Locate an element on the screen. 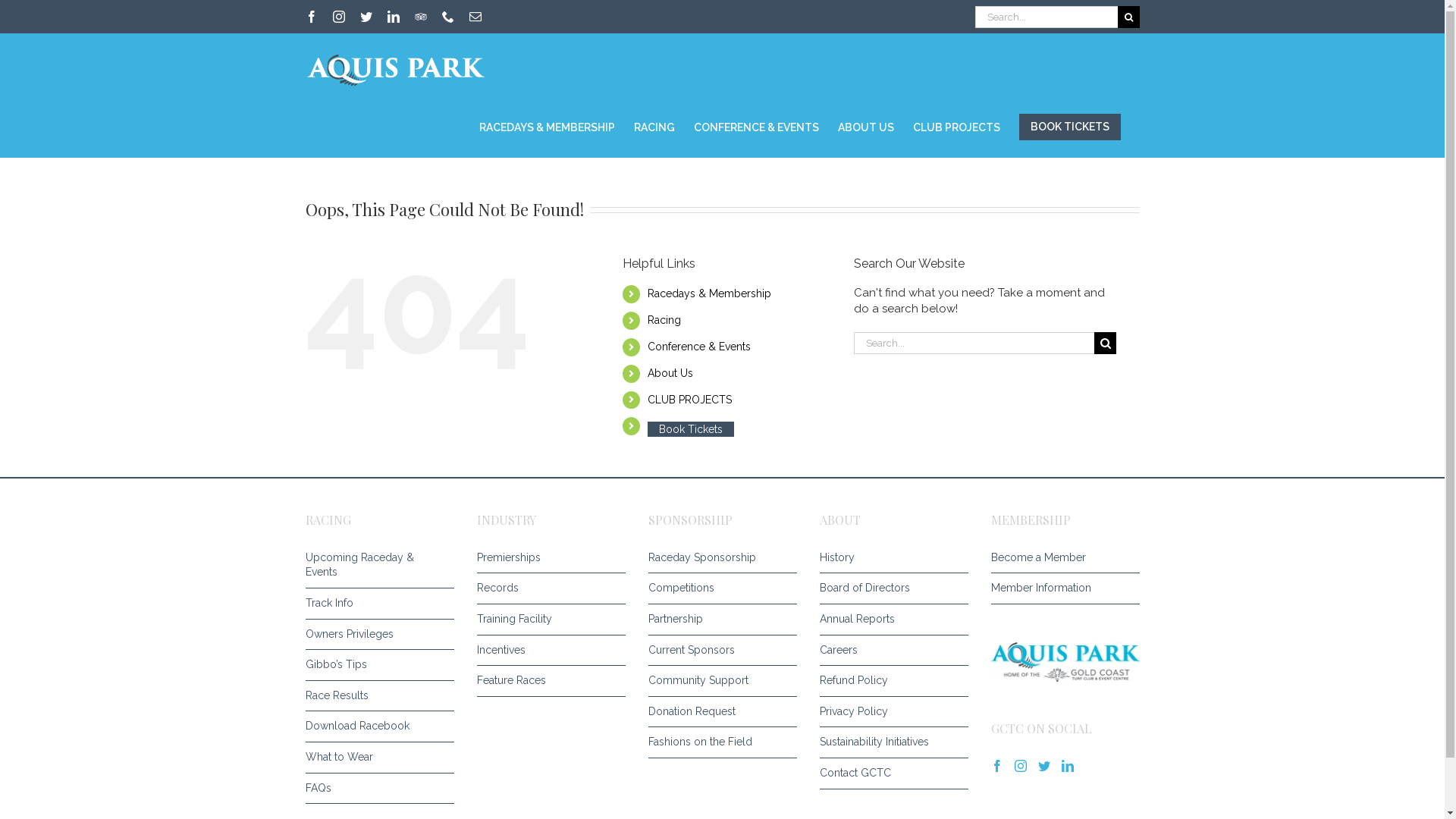 The height and width of the screenshot is (819, 1456). 'Book Tickets' is located at coordinates (690, 429).